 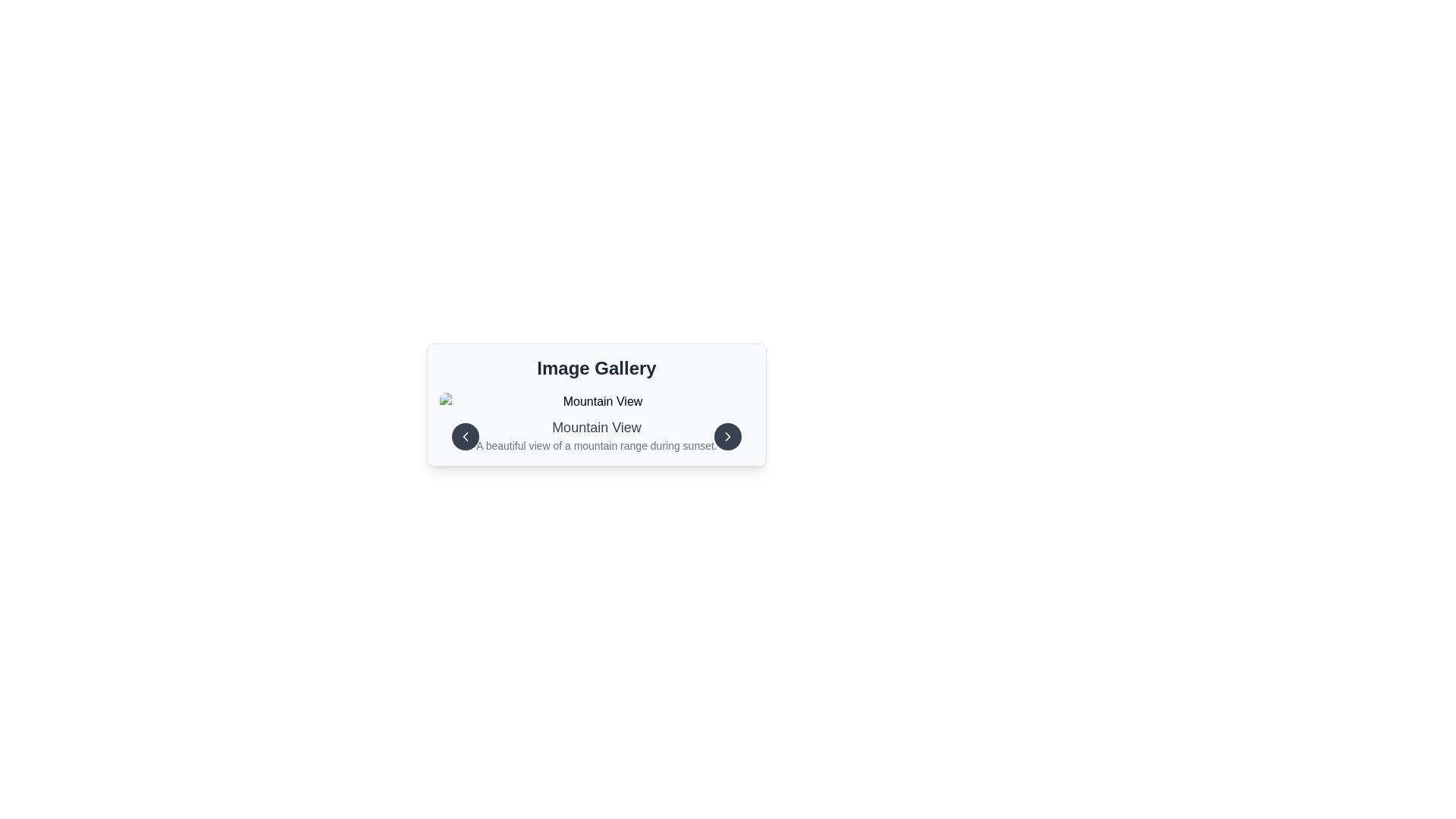 I want to click on the text description component that provides the title 'Mountain View' and description for the image in the gallery to check for tooltip or additional interactivity, so click(x=596, y=435).